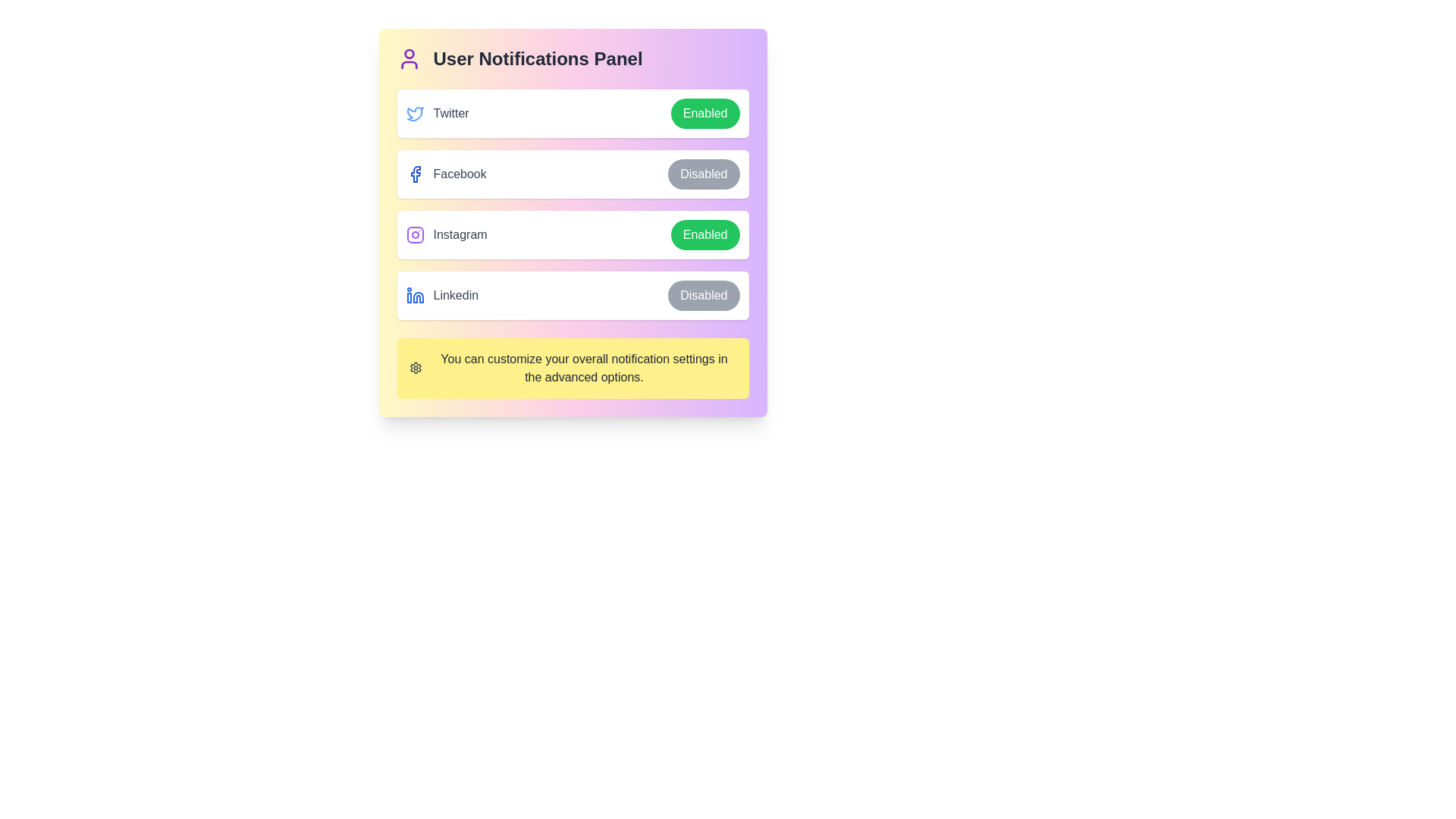 The width and height of the screenshot is (1456, 819). I want to click on the text header labeled 'User Notifications Panel', which is styled in bold with a large font size and dark gray color, located in the upper section of the interface, so click(538, 58).